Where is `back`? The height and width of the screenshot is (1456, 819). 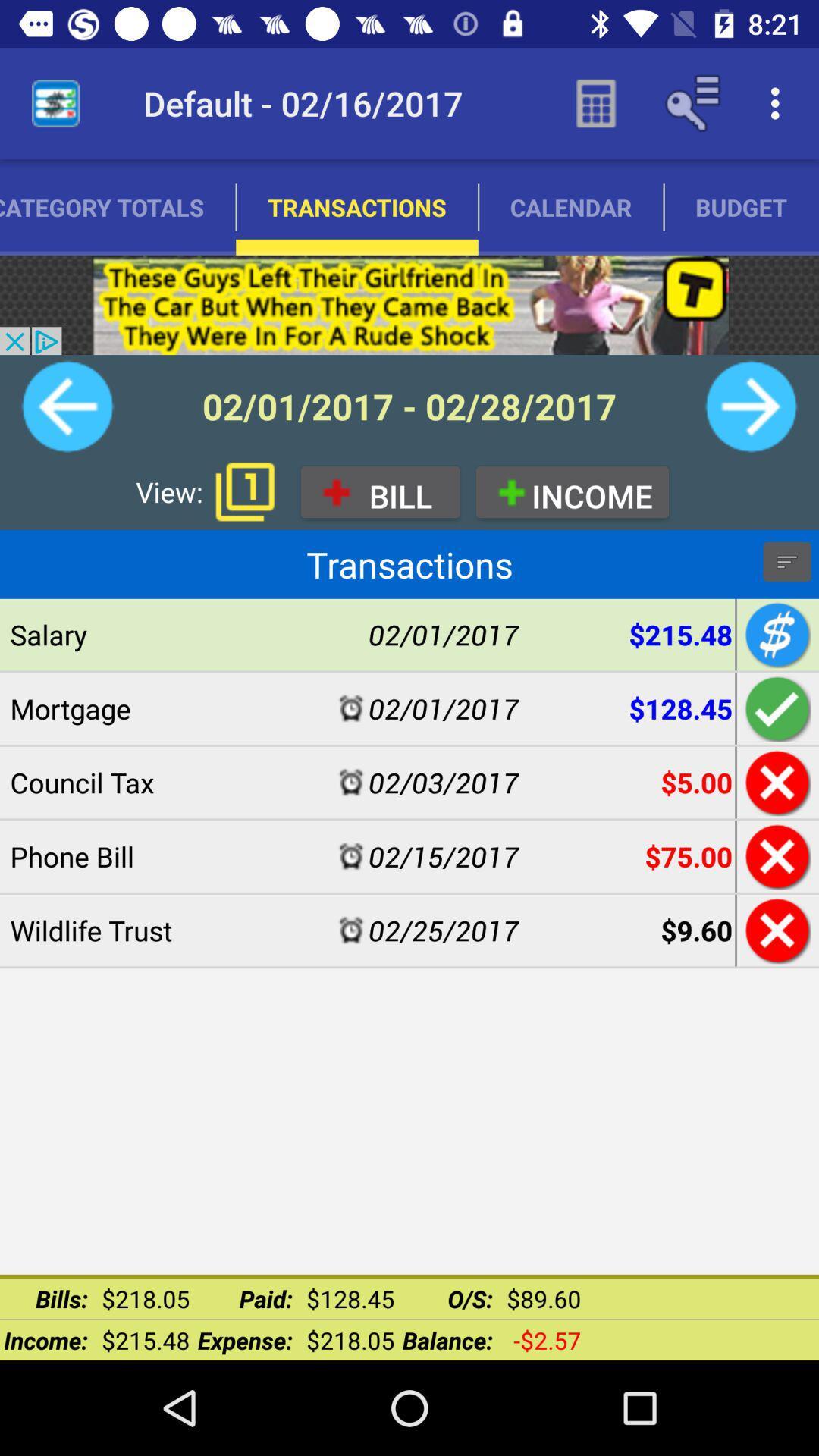
back is located at coordinates (67, 406).